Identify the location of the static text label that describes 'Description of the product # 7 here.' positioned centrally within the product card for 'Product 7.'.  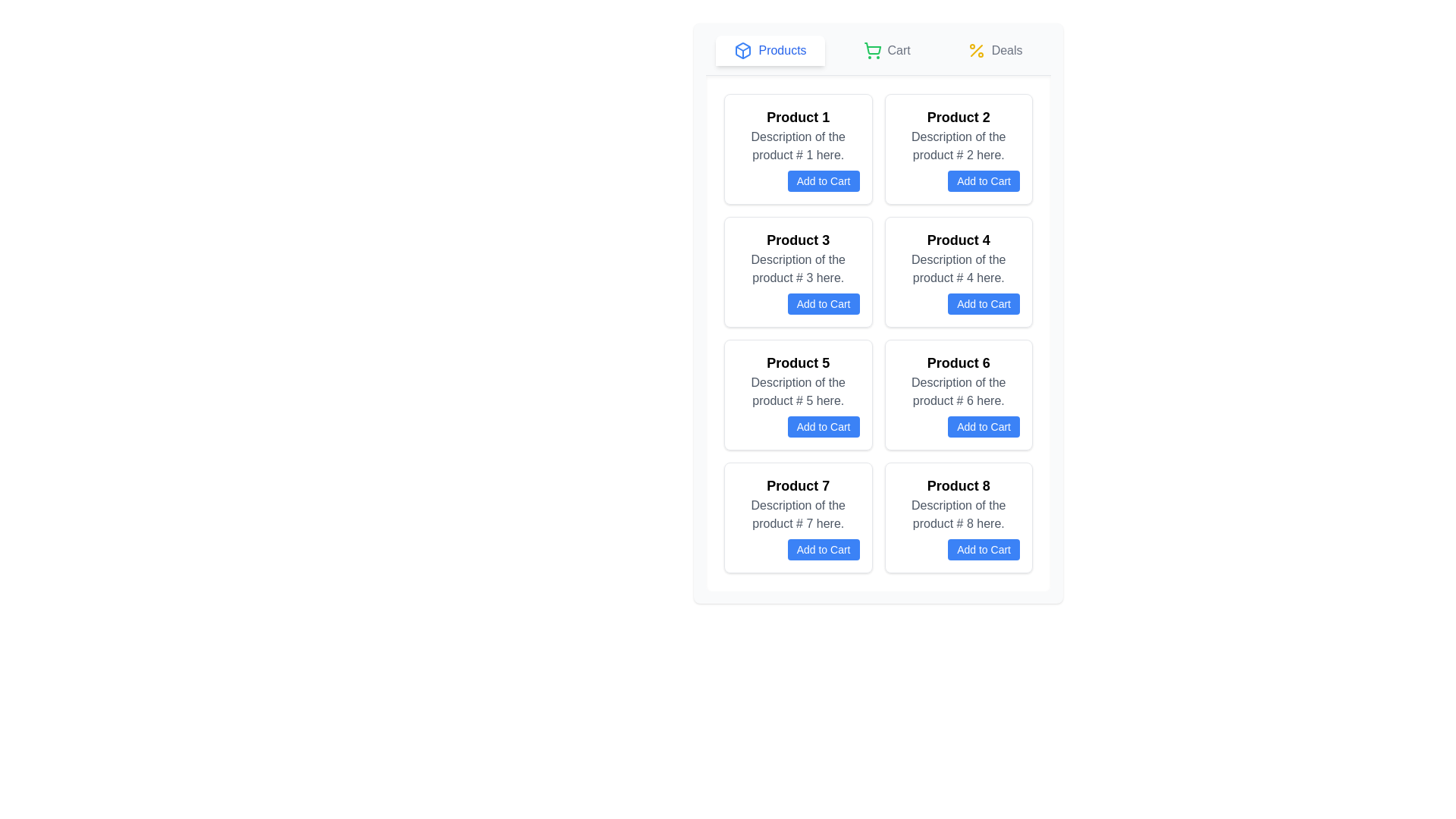
(797, 513).